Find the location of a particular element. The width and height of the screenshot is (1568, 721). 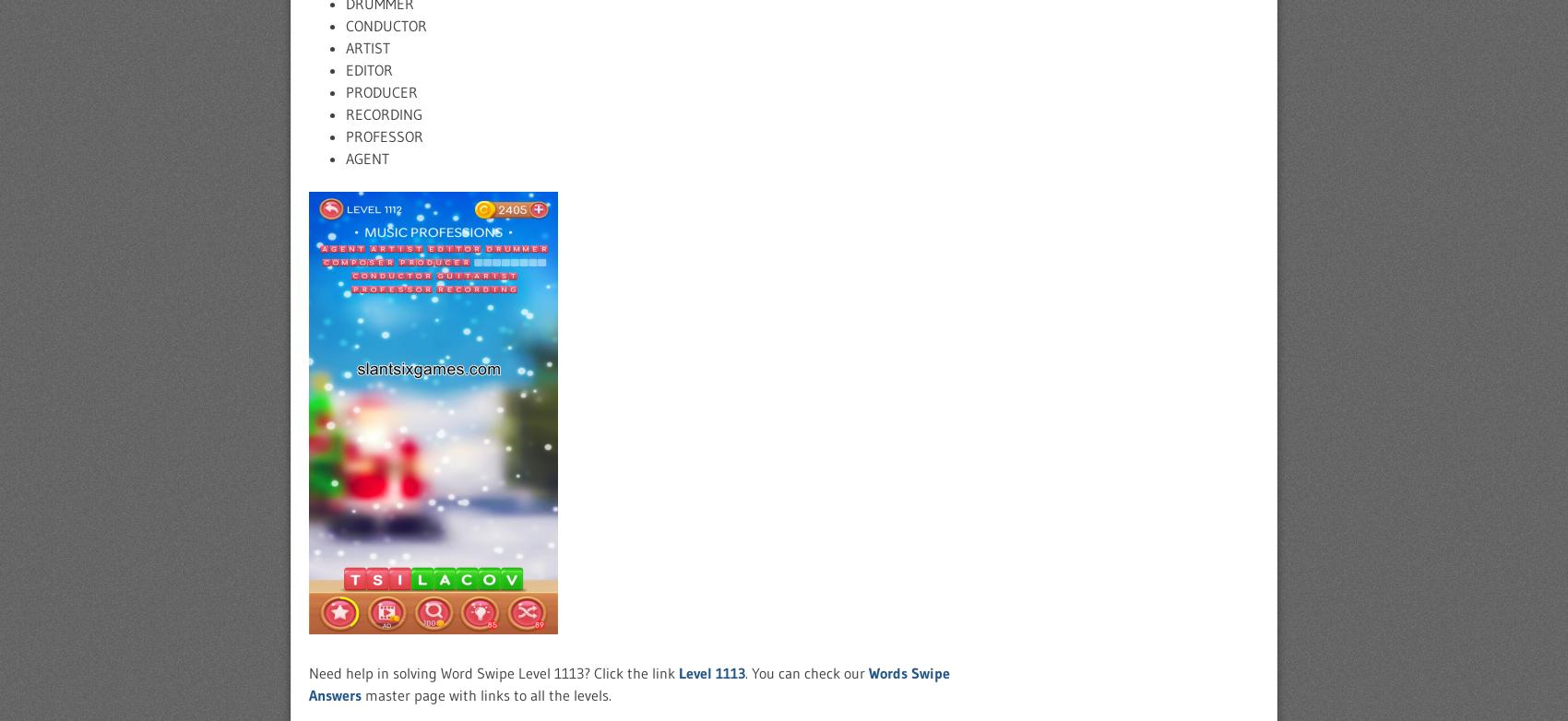

'PRODUCER' is located at coordinates (380, 92).